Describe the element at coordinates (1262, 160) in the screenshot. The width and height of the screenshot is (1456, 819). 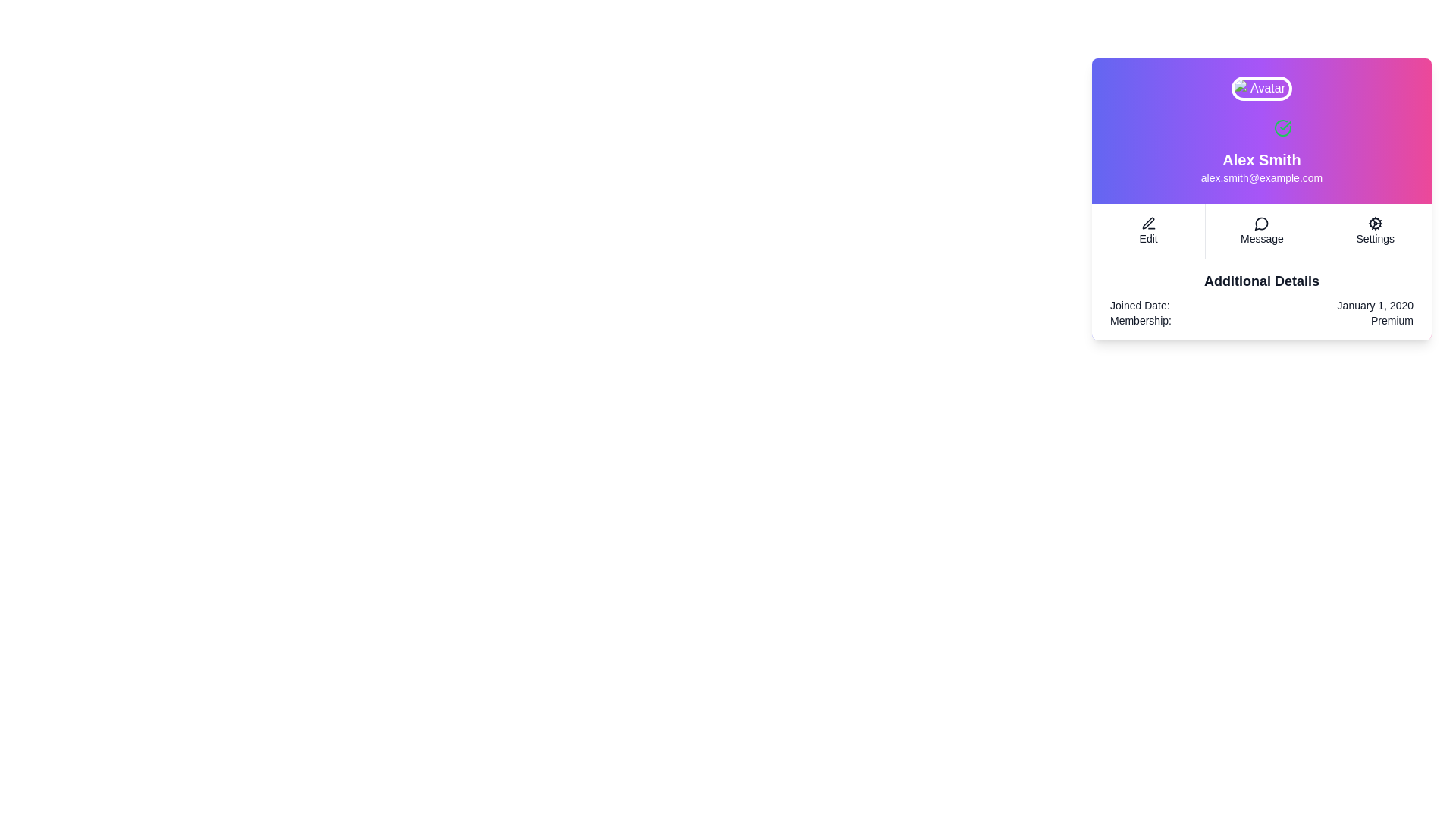
I see `the text label displaying the user's name, located at the top center of the user profile card, beneath the avatar graphic` at that location.